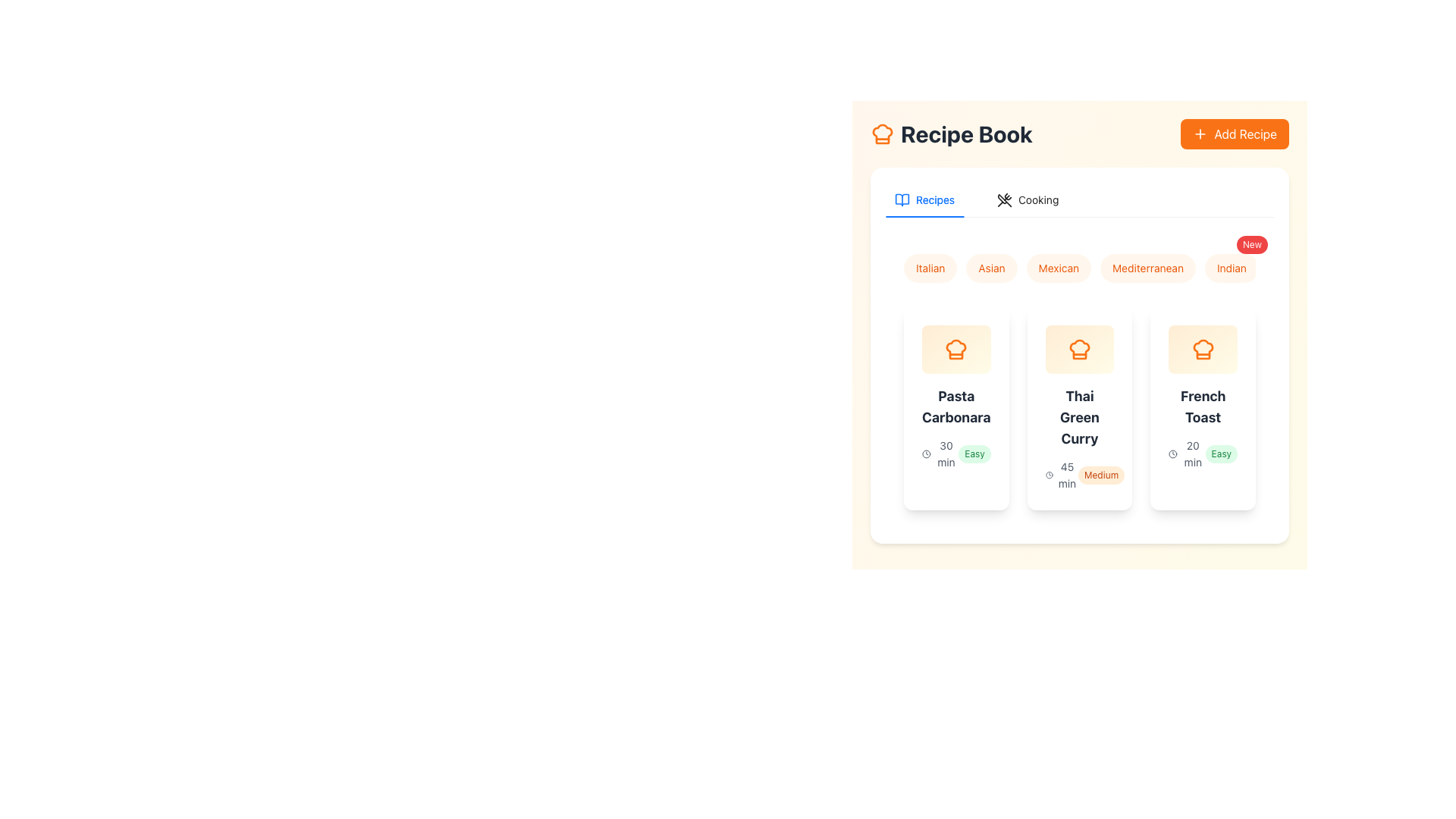 The height and width of the screenshot is (819, 1456). Describe the element at coordinates (955, 406) in the screenshot. I see `text content of the label displaying 'Pasta Carbonara', which is positioned beneath the orange chef hat icon in the recipe card` at that location.